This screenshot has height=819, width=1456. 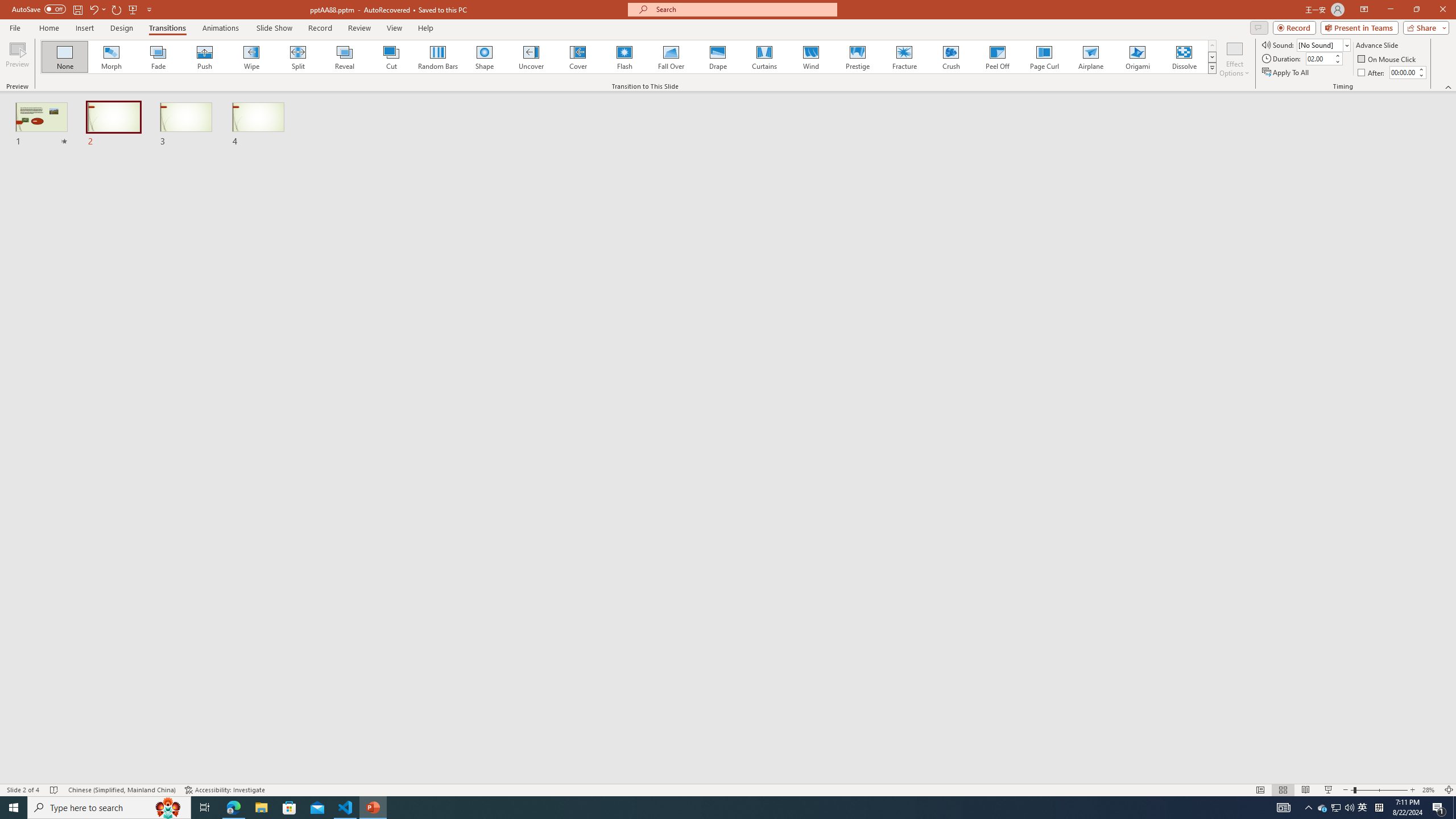 I want to click on 'Page Curl', so click(x=1043, y=56).